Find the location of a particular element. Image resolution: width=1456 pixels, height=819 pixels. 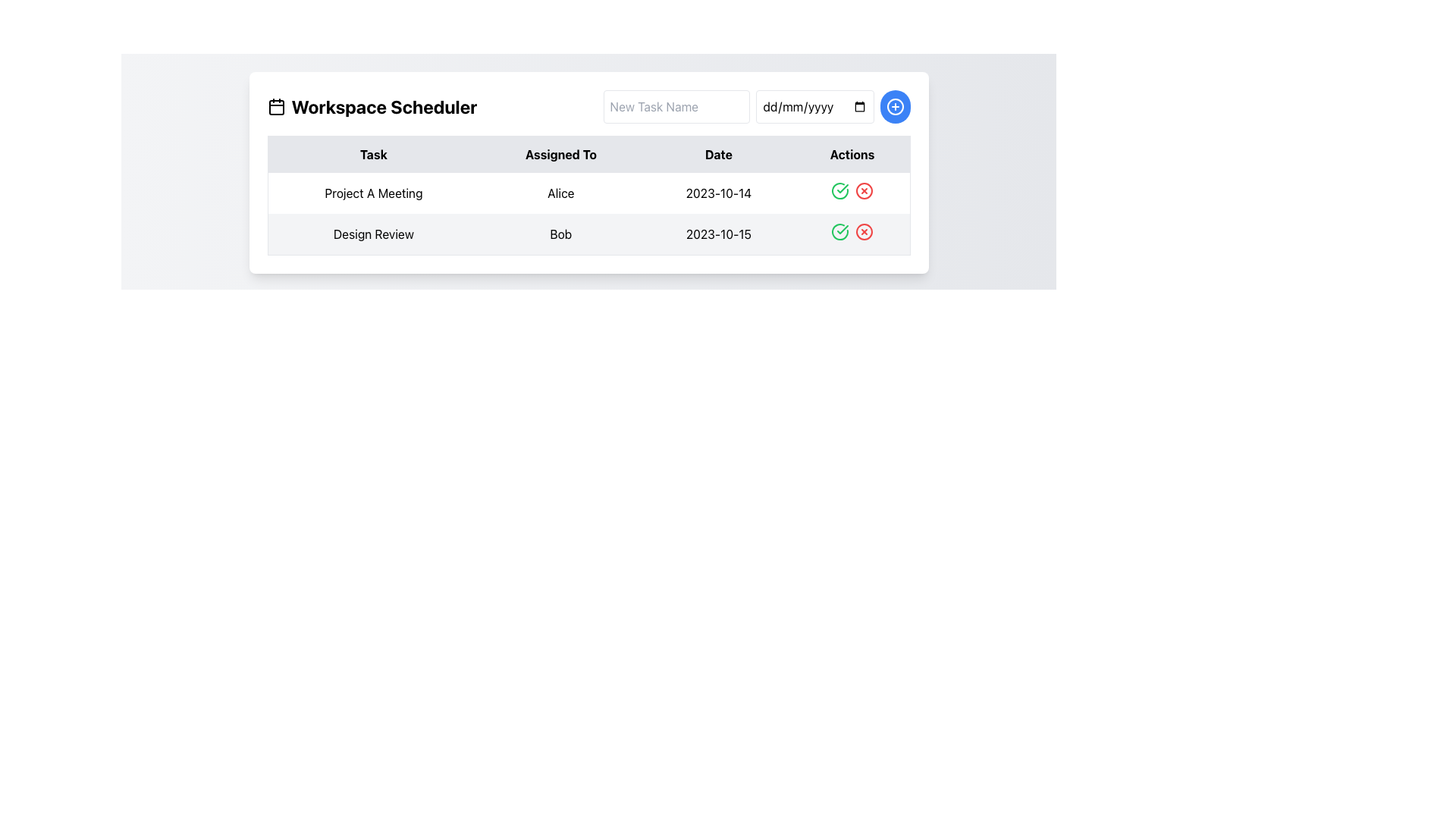

the green circular icon with a checkmark inside, located in the 'Actions' column of the second row of the table, to approve the task is located at coordinates (839, 231).